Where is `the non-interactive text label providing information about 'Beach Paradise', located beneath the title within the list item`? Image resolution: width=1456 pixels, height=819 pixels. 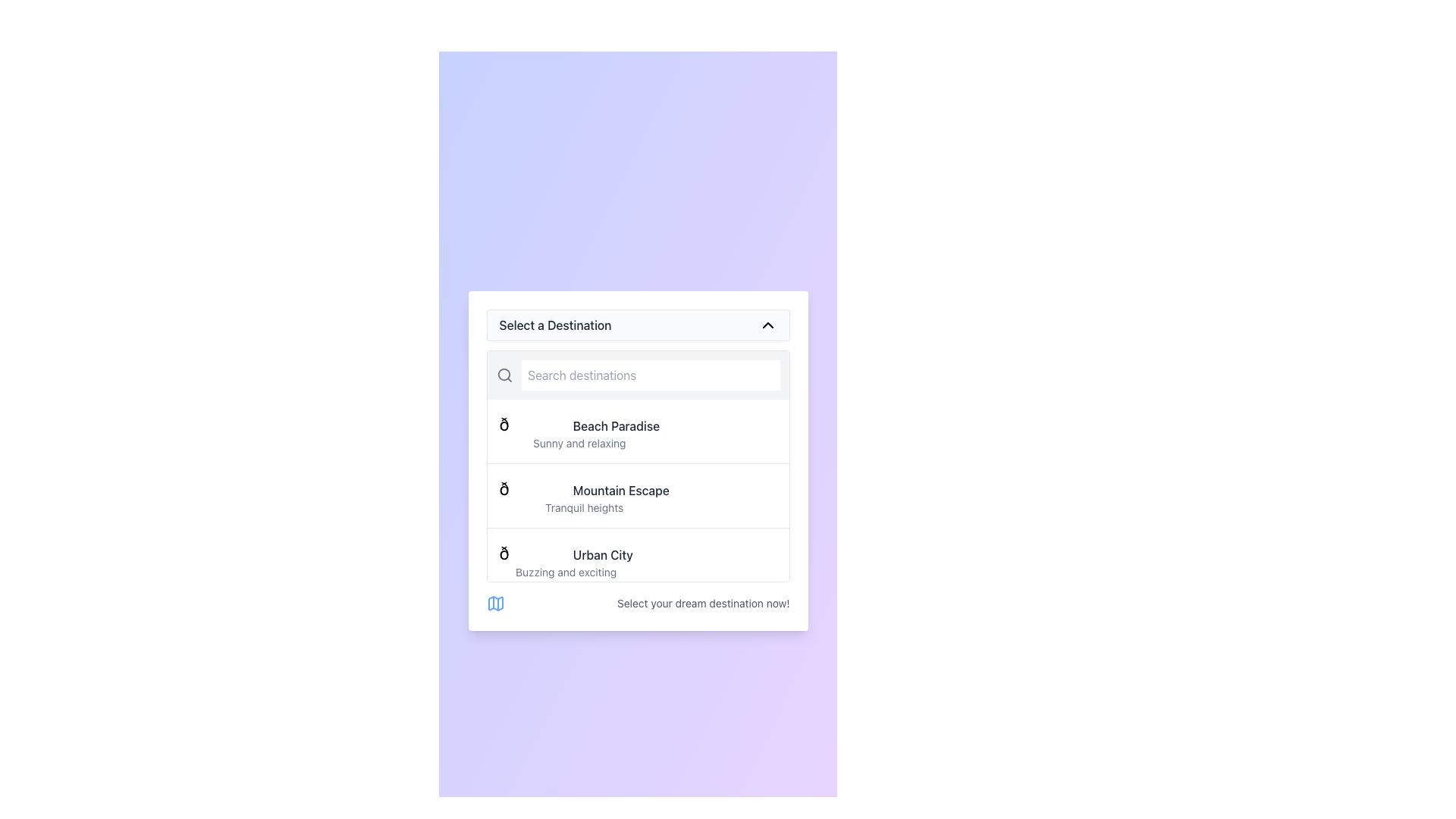 the non-interactive text label providing information about 'Beach Paradise', located beneath the title within the list item is located at coordinates (579, 444).